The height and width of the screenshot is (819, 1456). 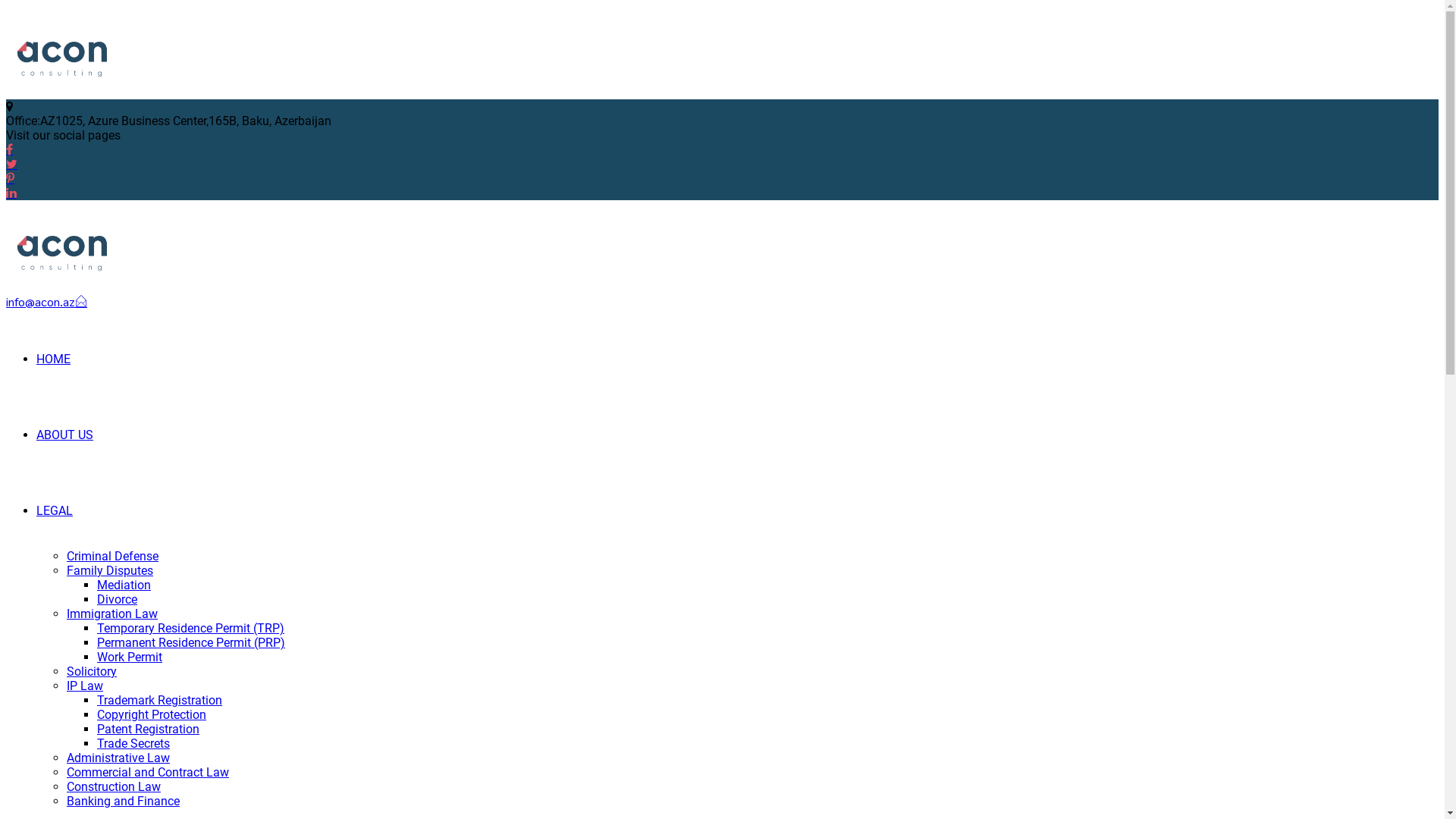 I want to click on 'Temporary Residence Permit (TRP)', so click(x=190, y=628).